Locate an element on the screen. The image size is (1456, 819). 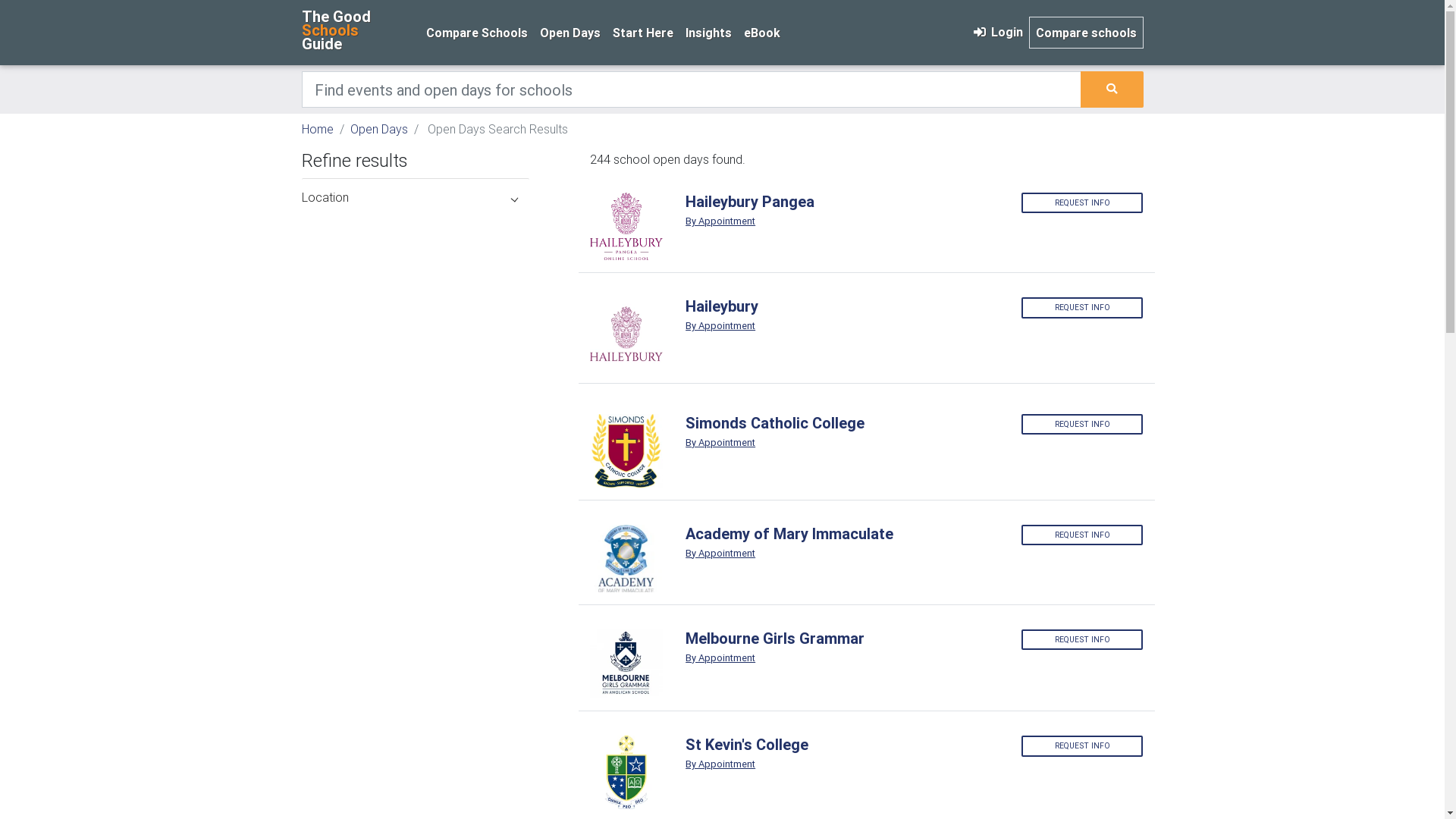
'Compare schools' is located at coordinates (1084, 32).